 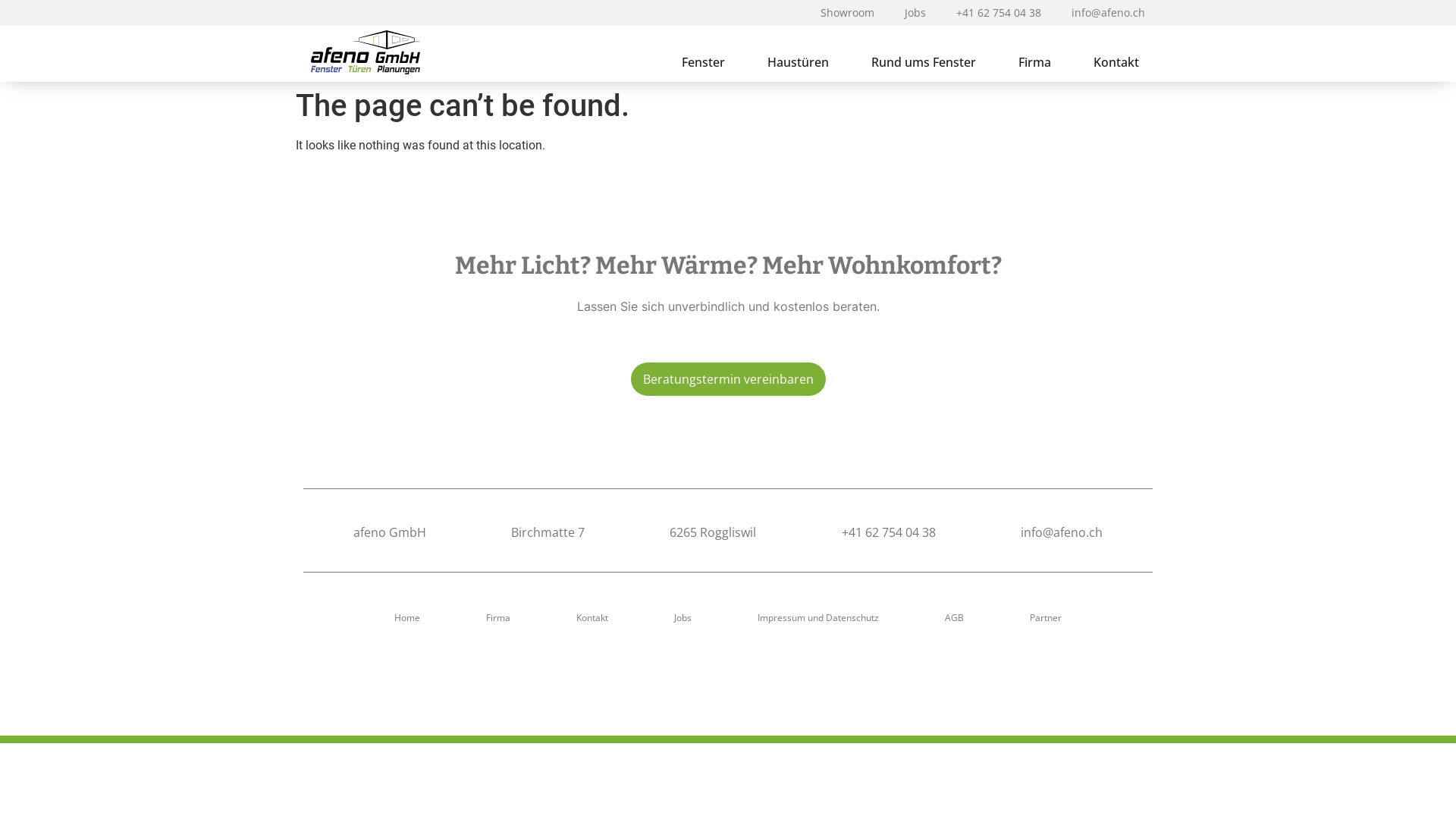 What do you see at coordinates (591, 617) in the screenshot?
I see `'Kontakt'` at bounding box center [591, 617].